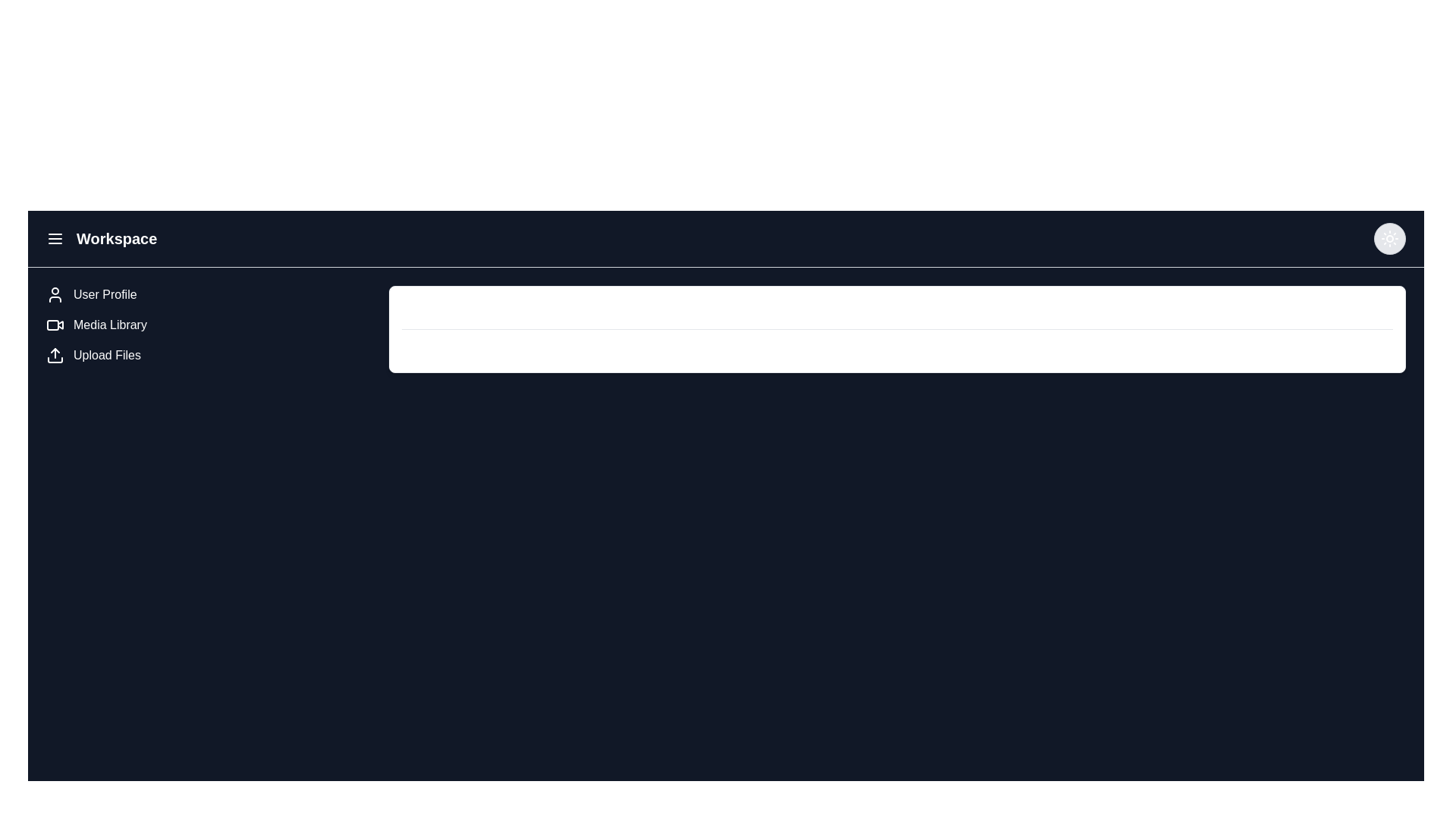 The image size is (1456, 819). Describe the element at coordinates (109, 324) in the screenshot. I see `the second menu item in the vertical list of sidebar options` at that location.